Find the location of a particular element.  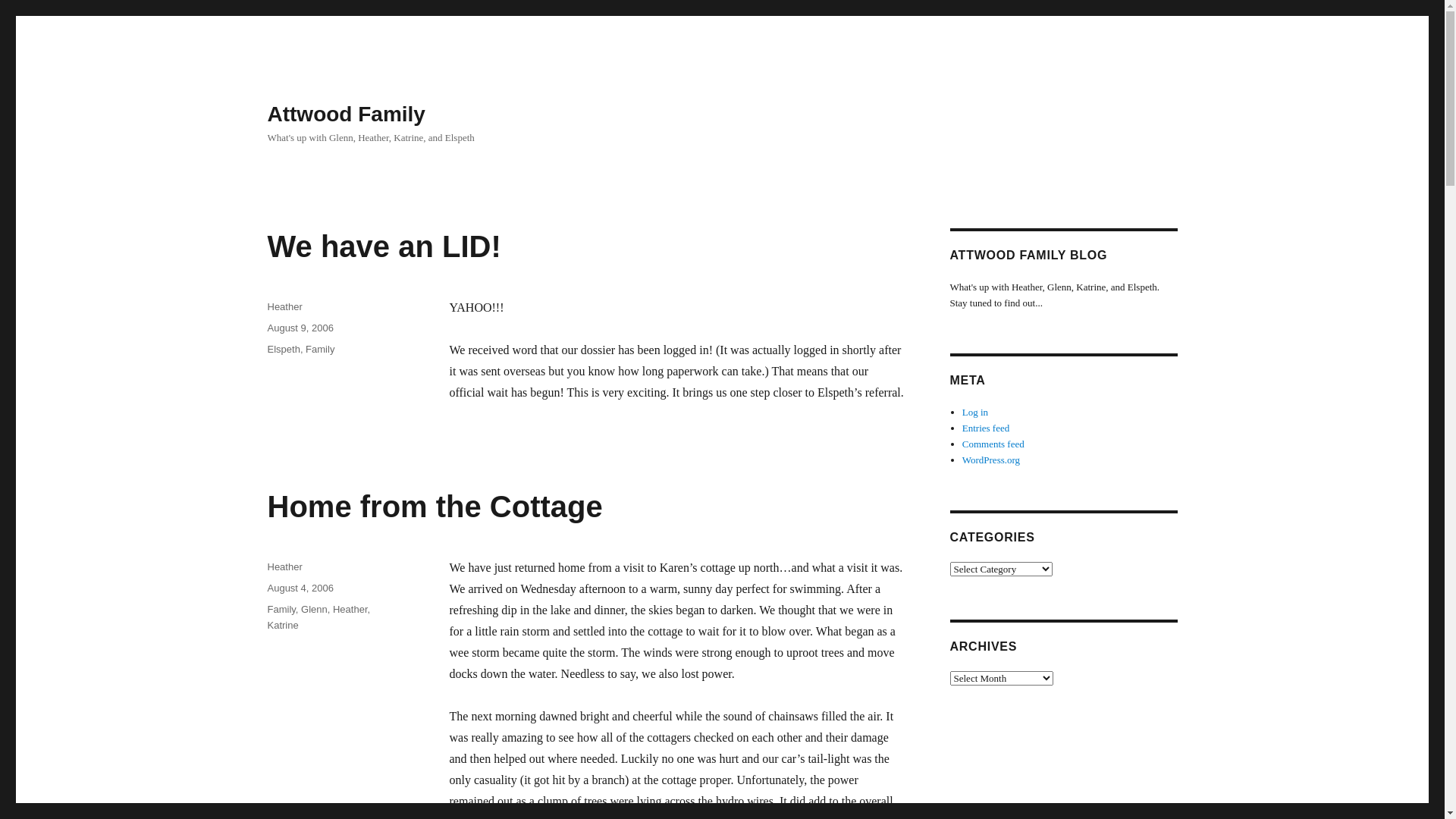

'Family' is located at coordinates (305, 349).